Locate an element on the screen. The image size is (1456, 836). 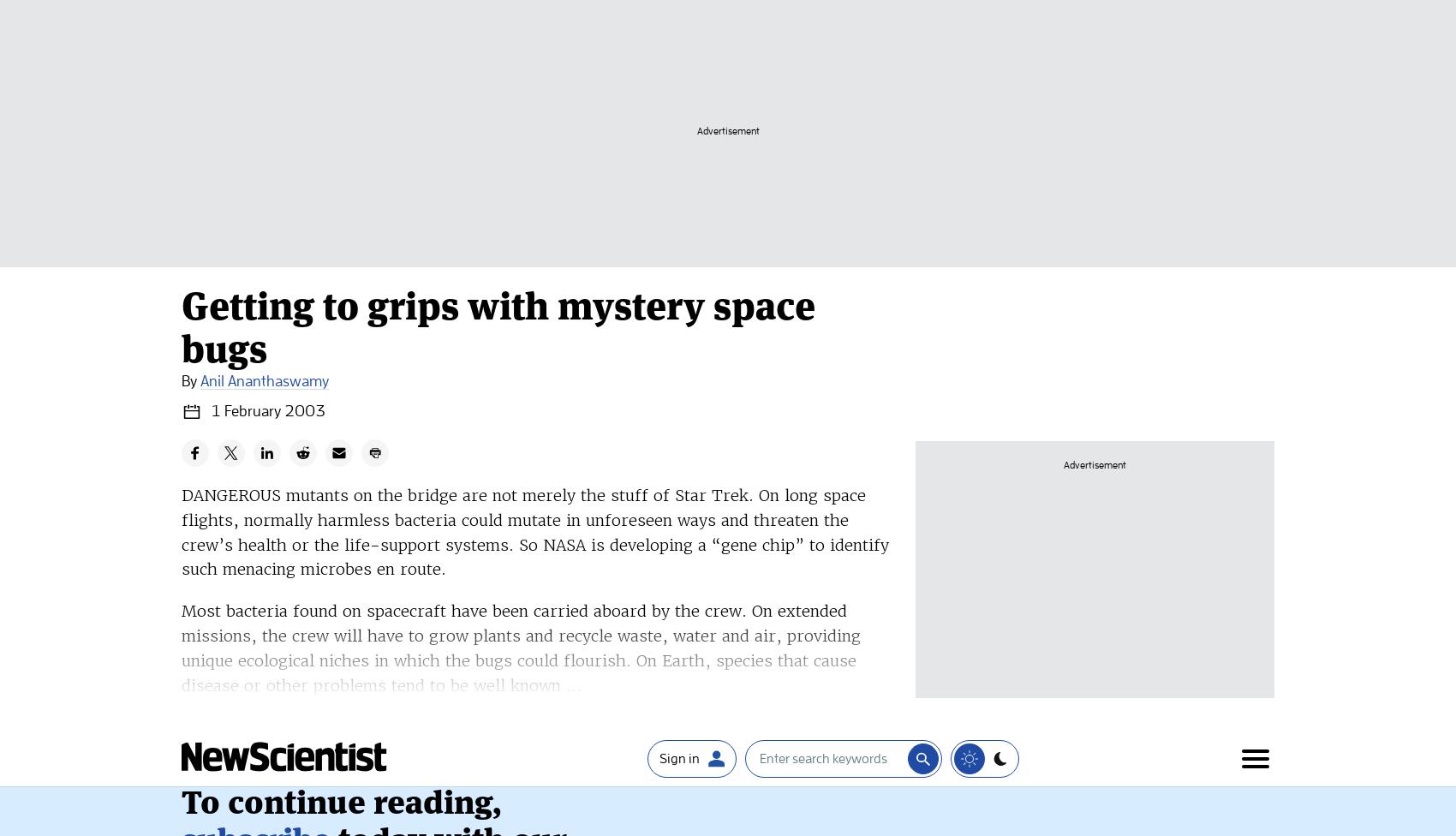
'or' is located at coordinates (413, 427).